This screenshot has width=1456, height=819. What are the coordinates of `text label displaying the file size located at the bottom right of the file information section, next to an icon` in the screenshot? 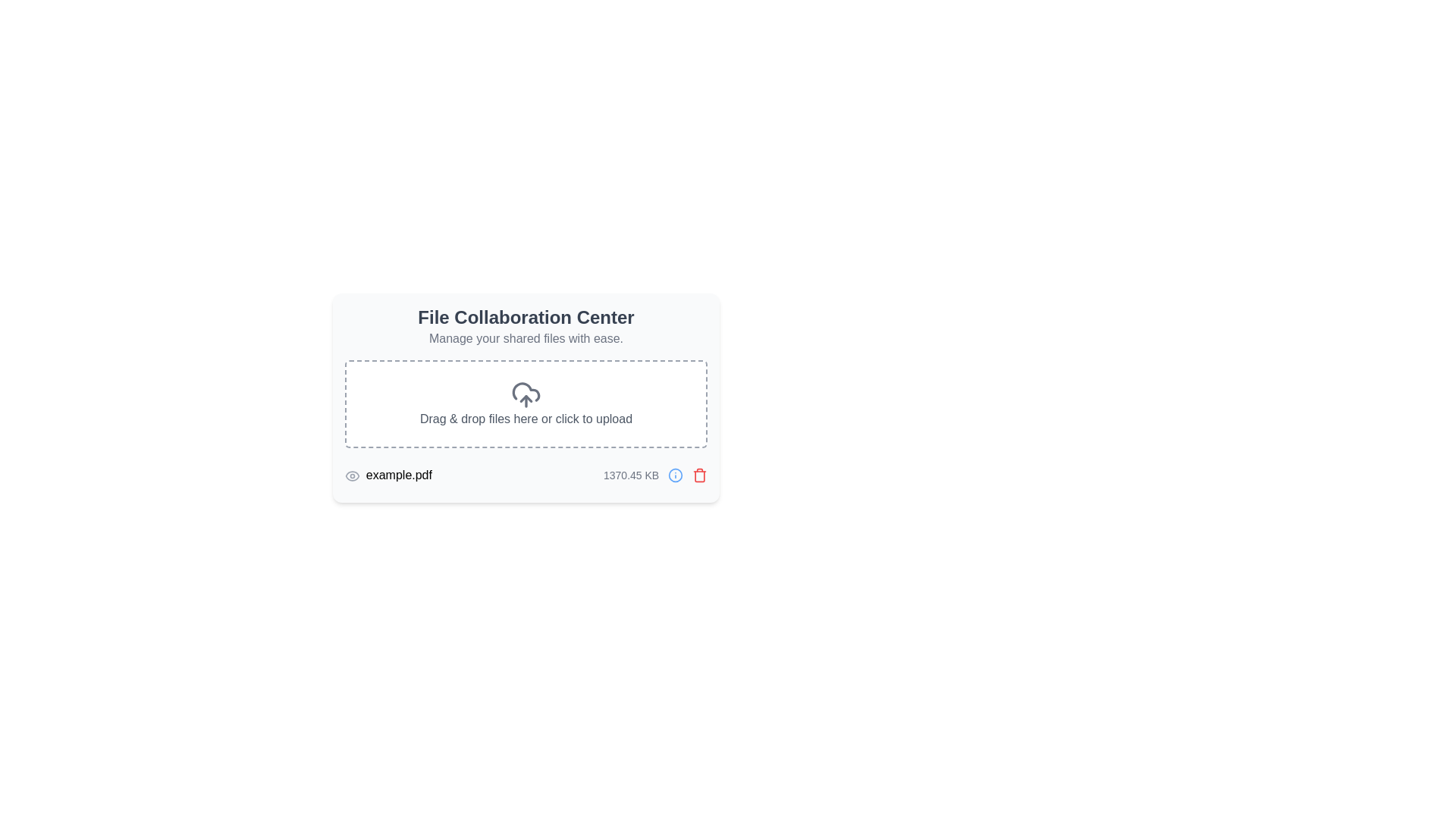 It's located at (655, 475).